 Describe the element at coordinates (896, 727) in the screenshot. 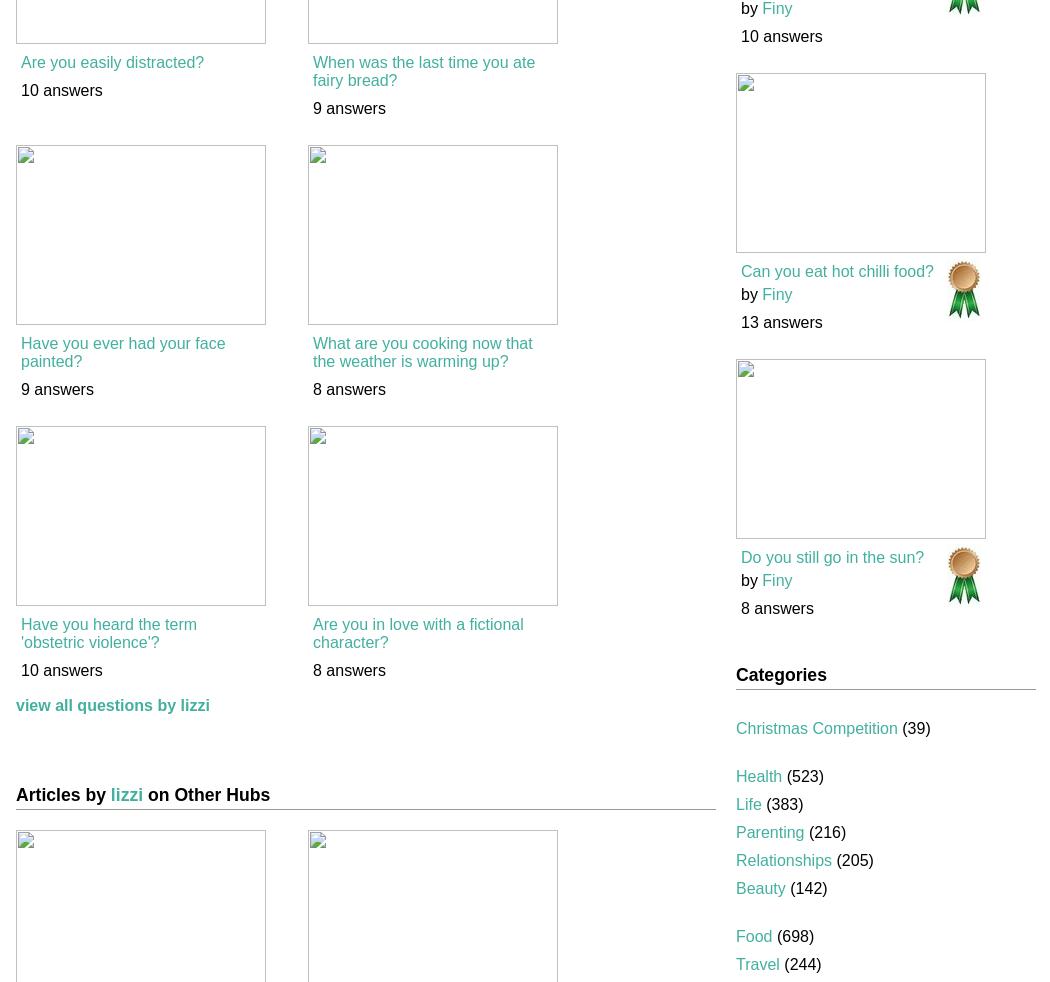

I see `'(39)'` at that location.